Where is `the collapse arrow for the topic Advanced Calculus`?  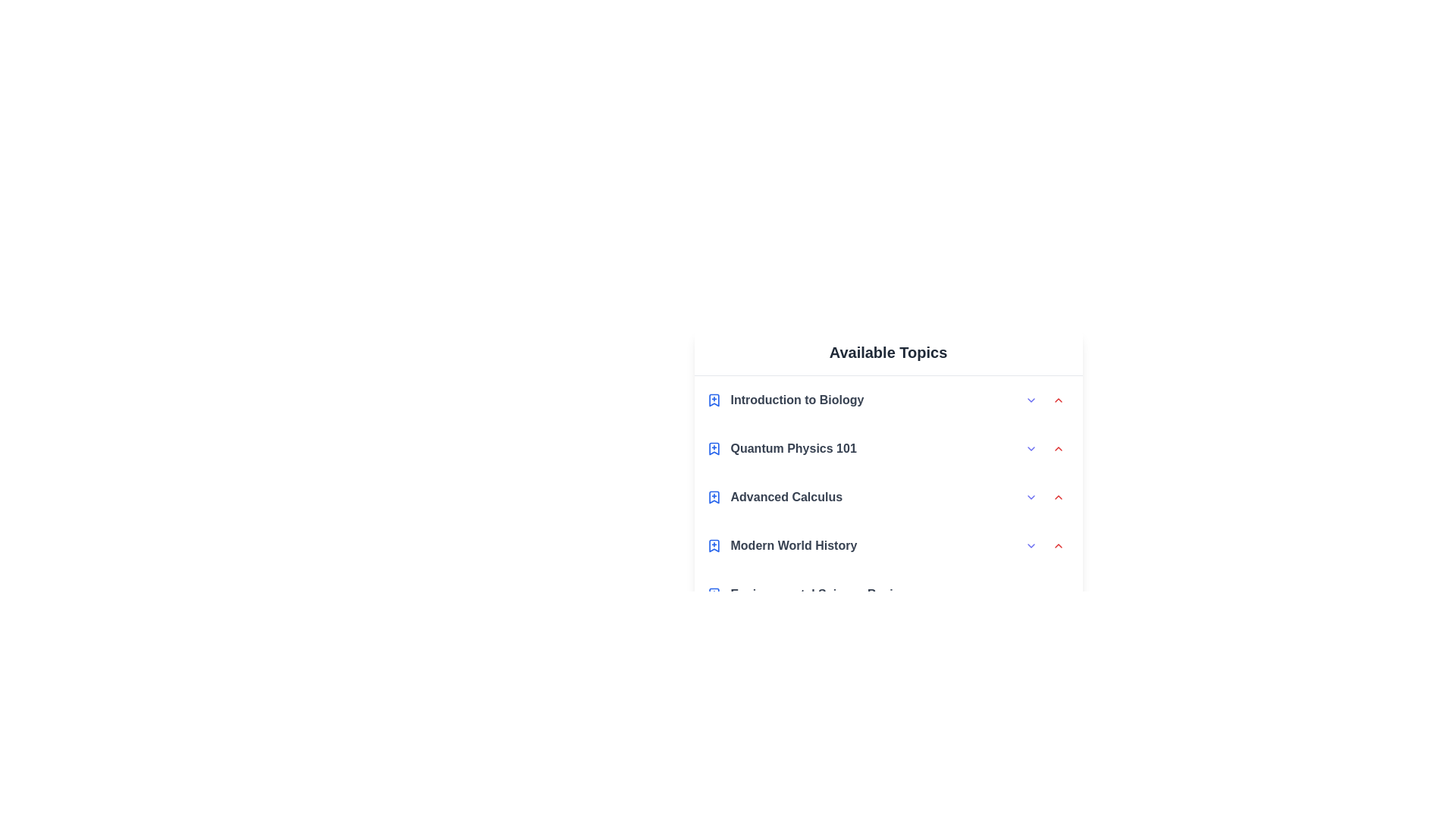 the collapse arrow for the topic Advanced Calculus is located at coordinates (1057, 497).